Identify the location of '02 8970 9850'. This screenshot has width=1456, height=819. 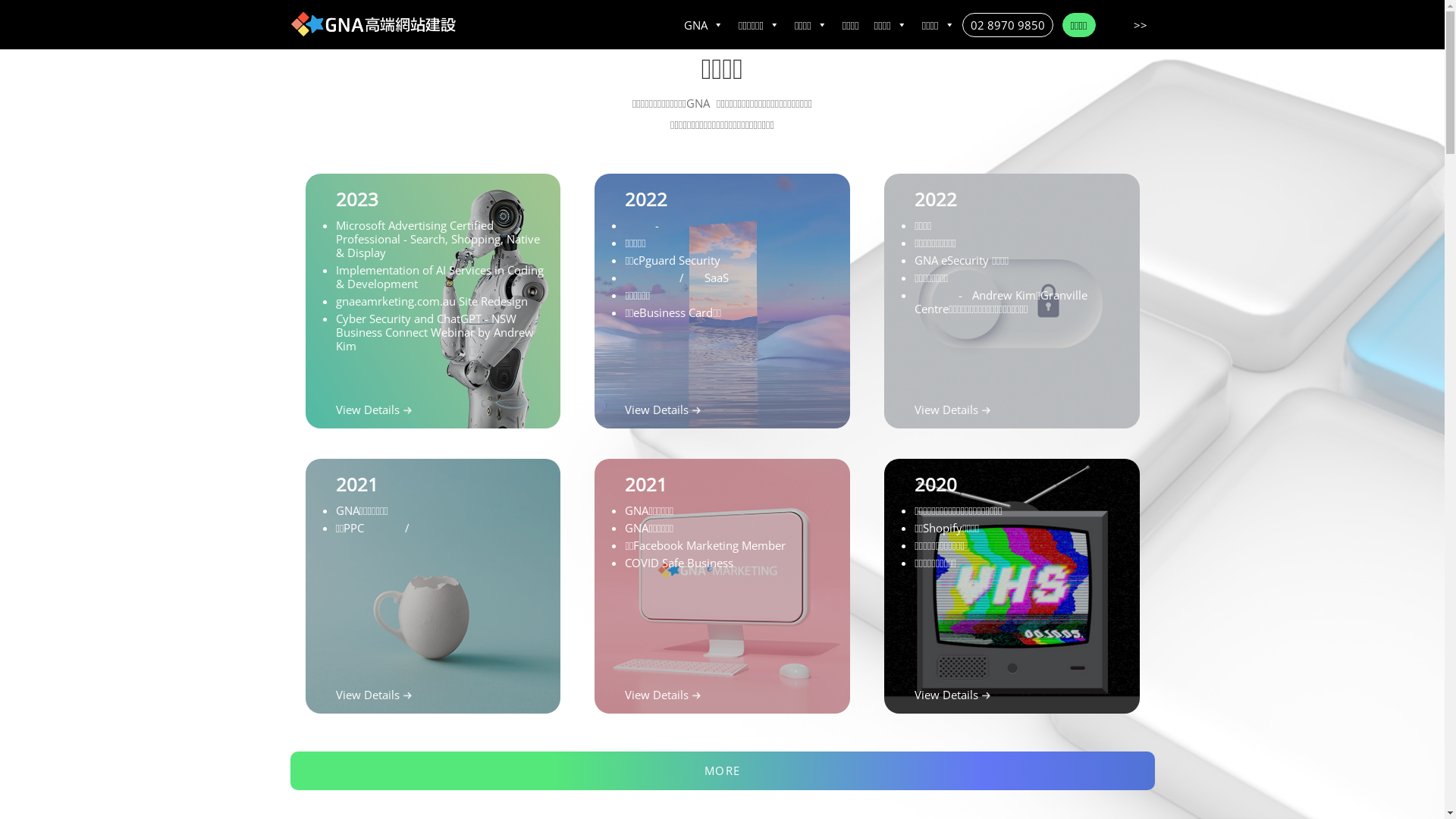
(1008, 25).